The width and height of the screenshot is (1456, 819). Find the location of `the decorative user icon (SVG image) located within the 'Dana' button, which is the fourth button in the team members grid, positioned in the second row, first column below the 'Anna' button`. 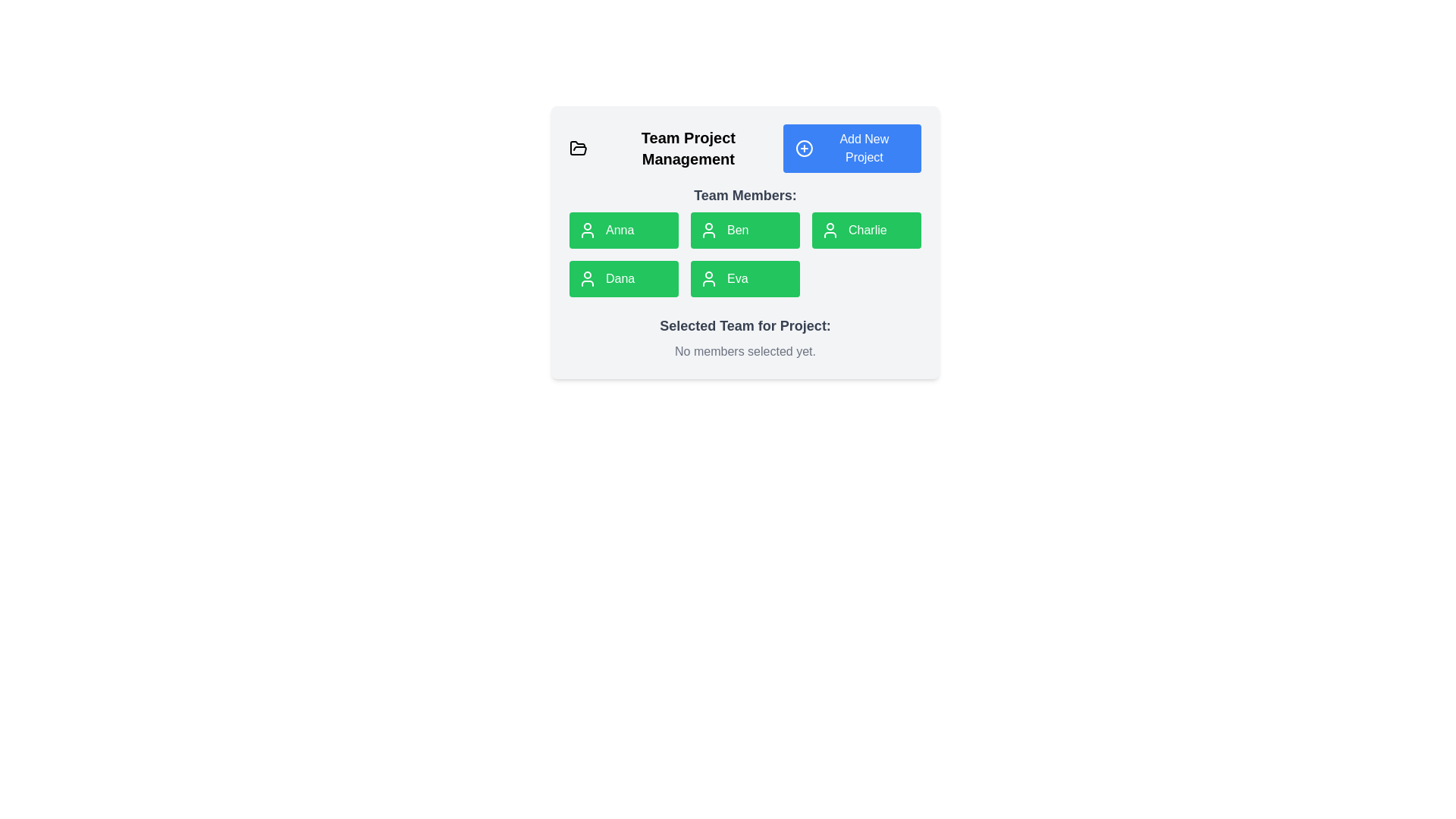

the decorative user icon (SVG image) located within the 'Dana' button, which is the fourth button in the team members grid, positioned in the second row, first column below the 'Anna' button is located at coordinates (586, 278).